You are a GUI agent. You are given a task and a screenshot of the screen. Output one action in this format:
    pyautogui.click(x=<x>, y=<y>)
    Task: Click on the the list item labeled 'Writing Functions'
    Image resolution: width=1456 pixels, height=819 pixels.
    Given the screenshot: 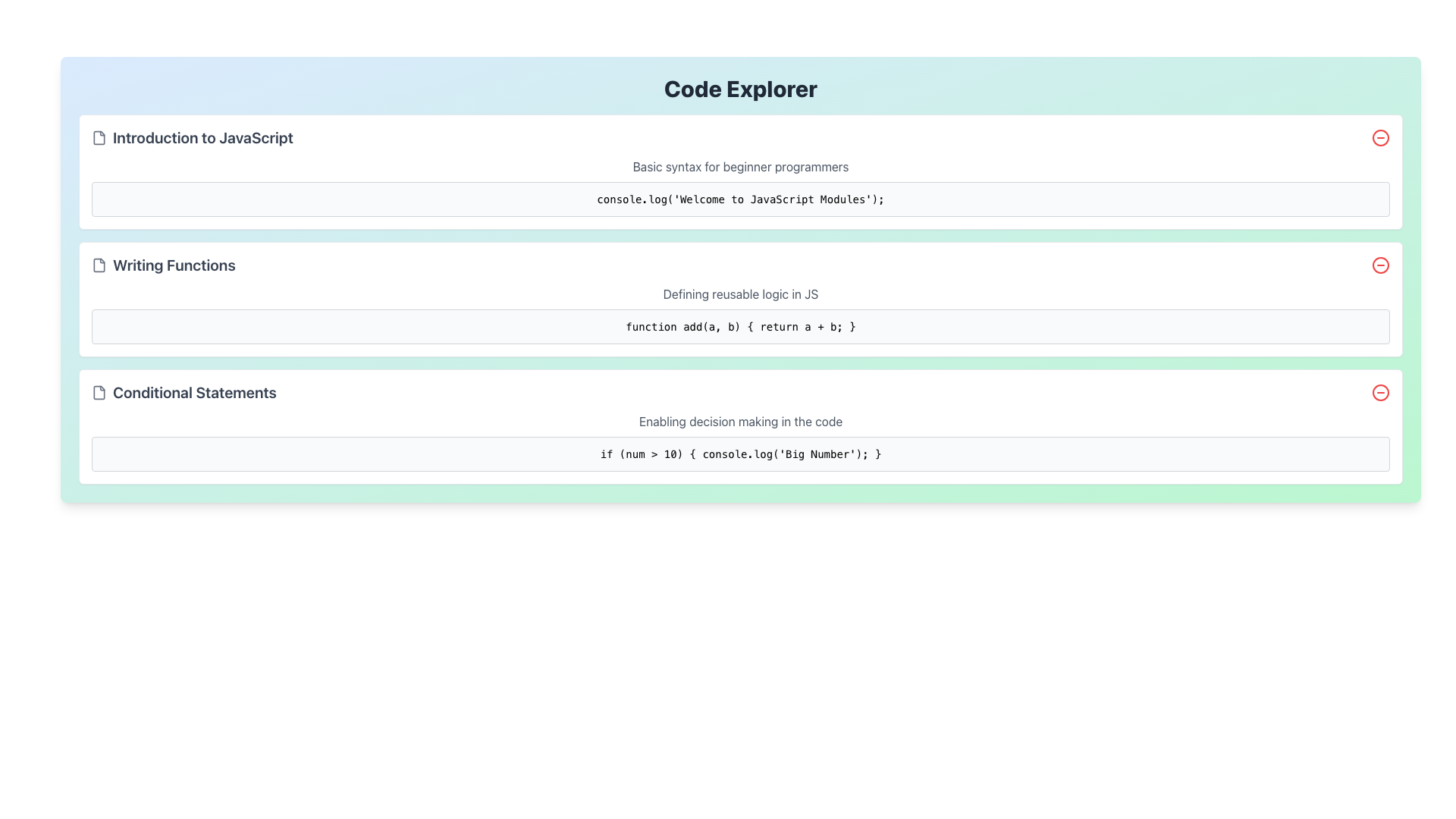 What is the action you would take?
    pyautogui.click(x=163, y=265)
    